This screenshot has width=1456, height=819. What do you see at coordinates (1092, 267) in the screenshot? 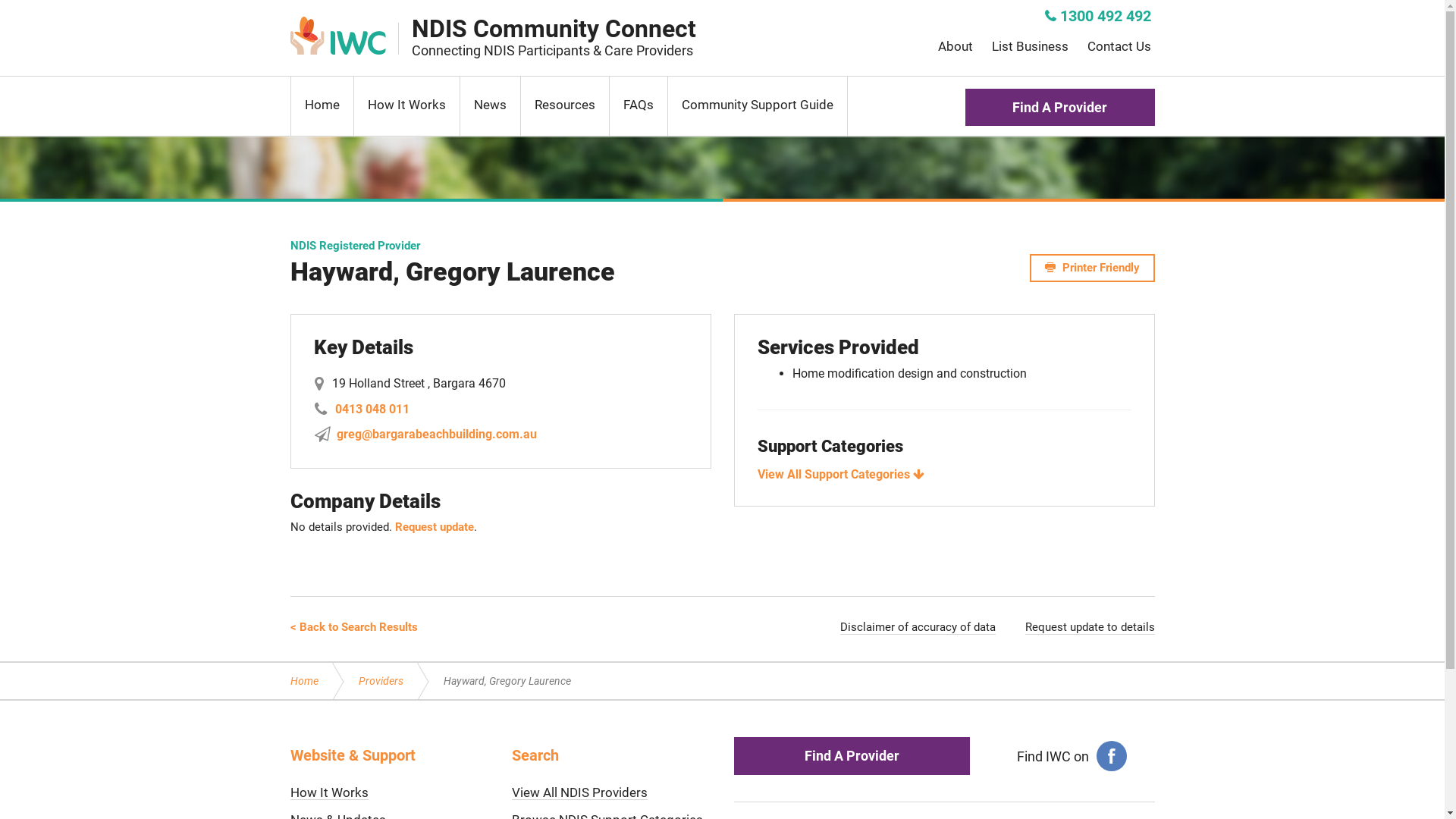
I see `'Printer Friendly'` at bounding box center [1092, 267].